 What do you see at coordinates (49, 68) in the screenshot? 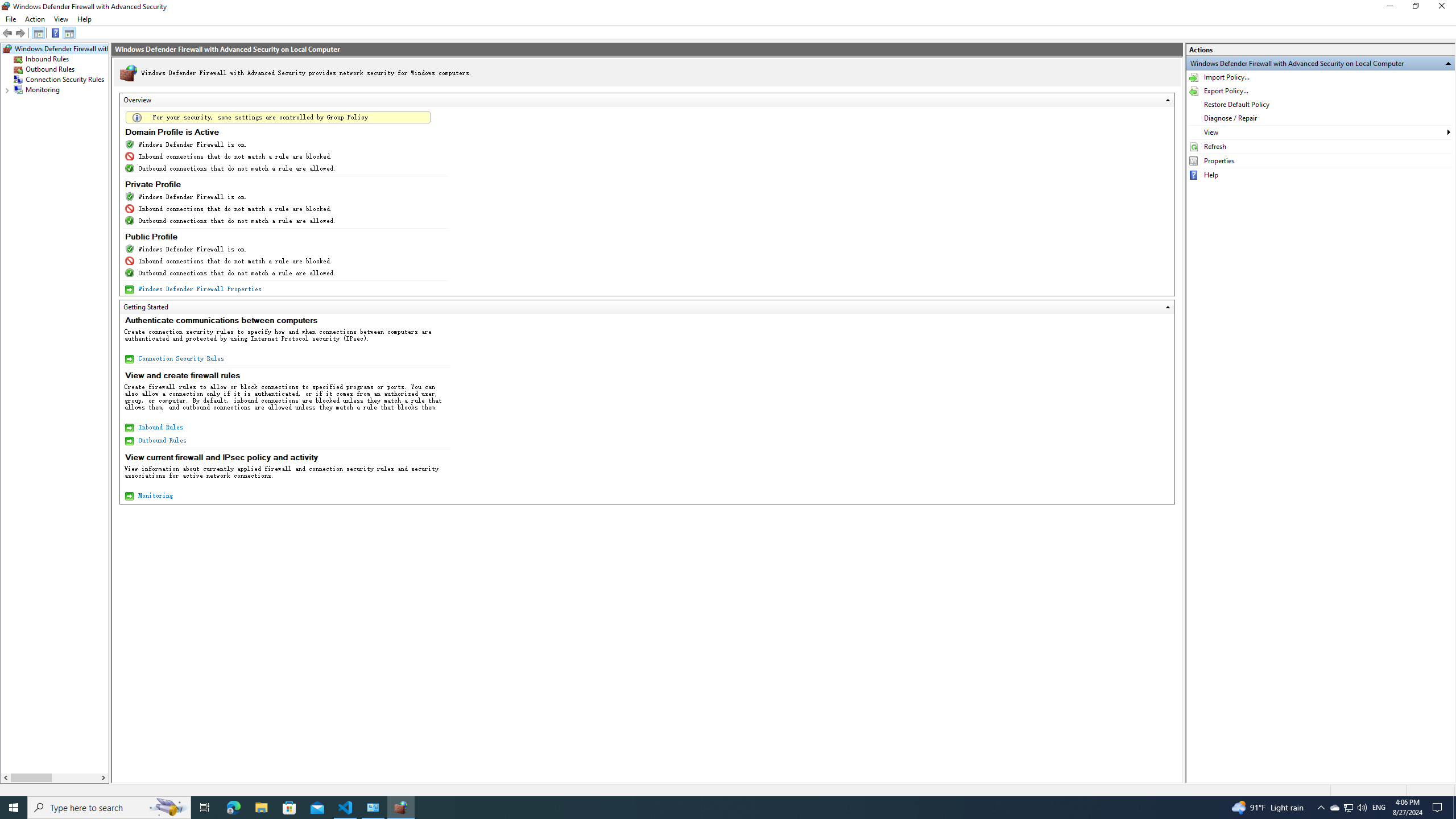
I see `'Outbound Rules'` at bounding box center [49, 68].